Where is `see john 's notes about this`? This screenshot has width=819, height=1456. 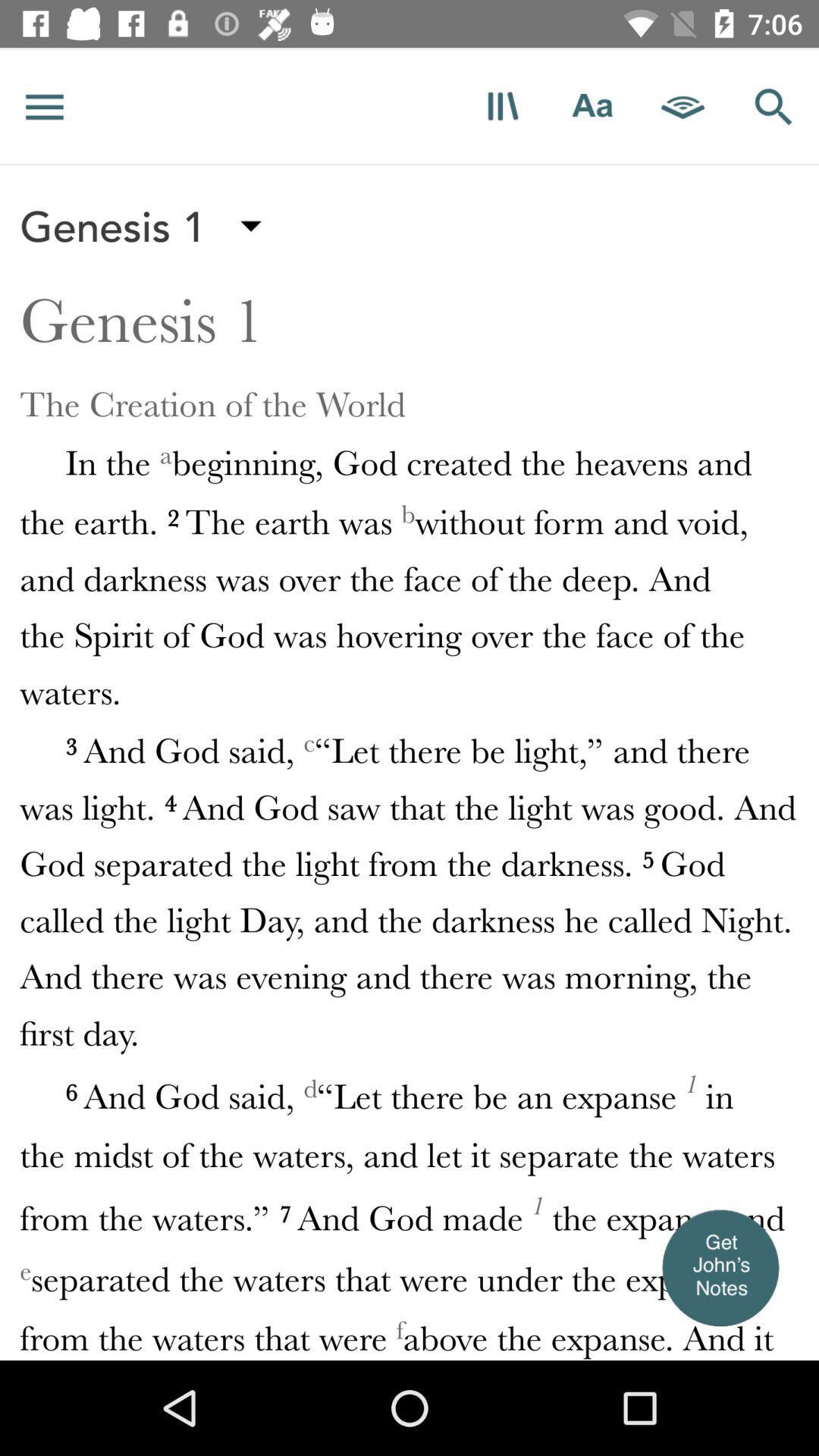
see john 's notes about this is located at coordinates (719, 1267).